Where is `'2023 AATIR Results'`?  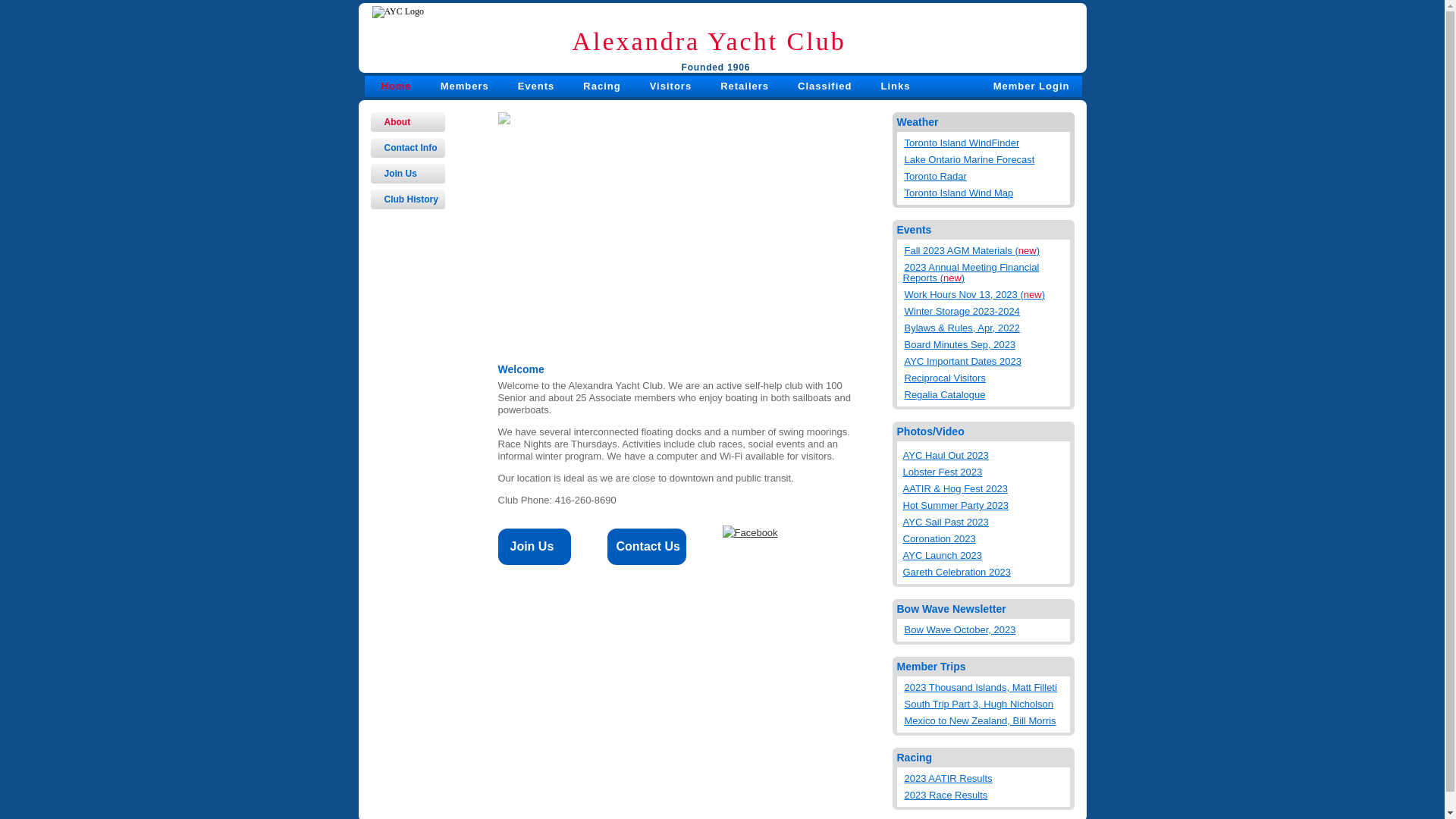
'2023 AATIR Results' is located at coordinates (986, 775).